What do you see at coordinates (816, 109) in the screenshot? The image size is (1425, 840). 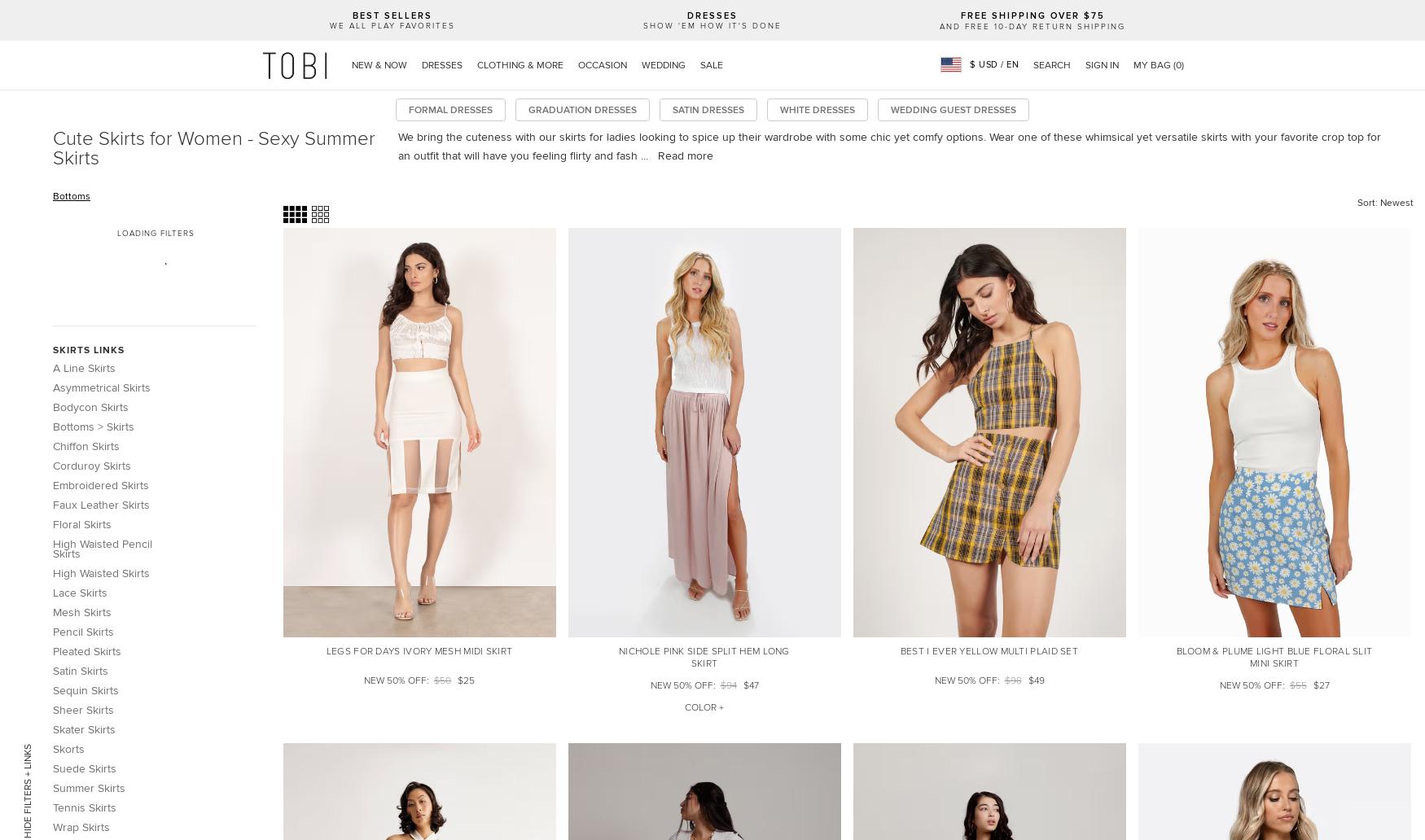 I see `'White Dresses'` at bounding box center [816, 109].